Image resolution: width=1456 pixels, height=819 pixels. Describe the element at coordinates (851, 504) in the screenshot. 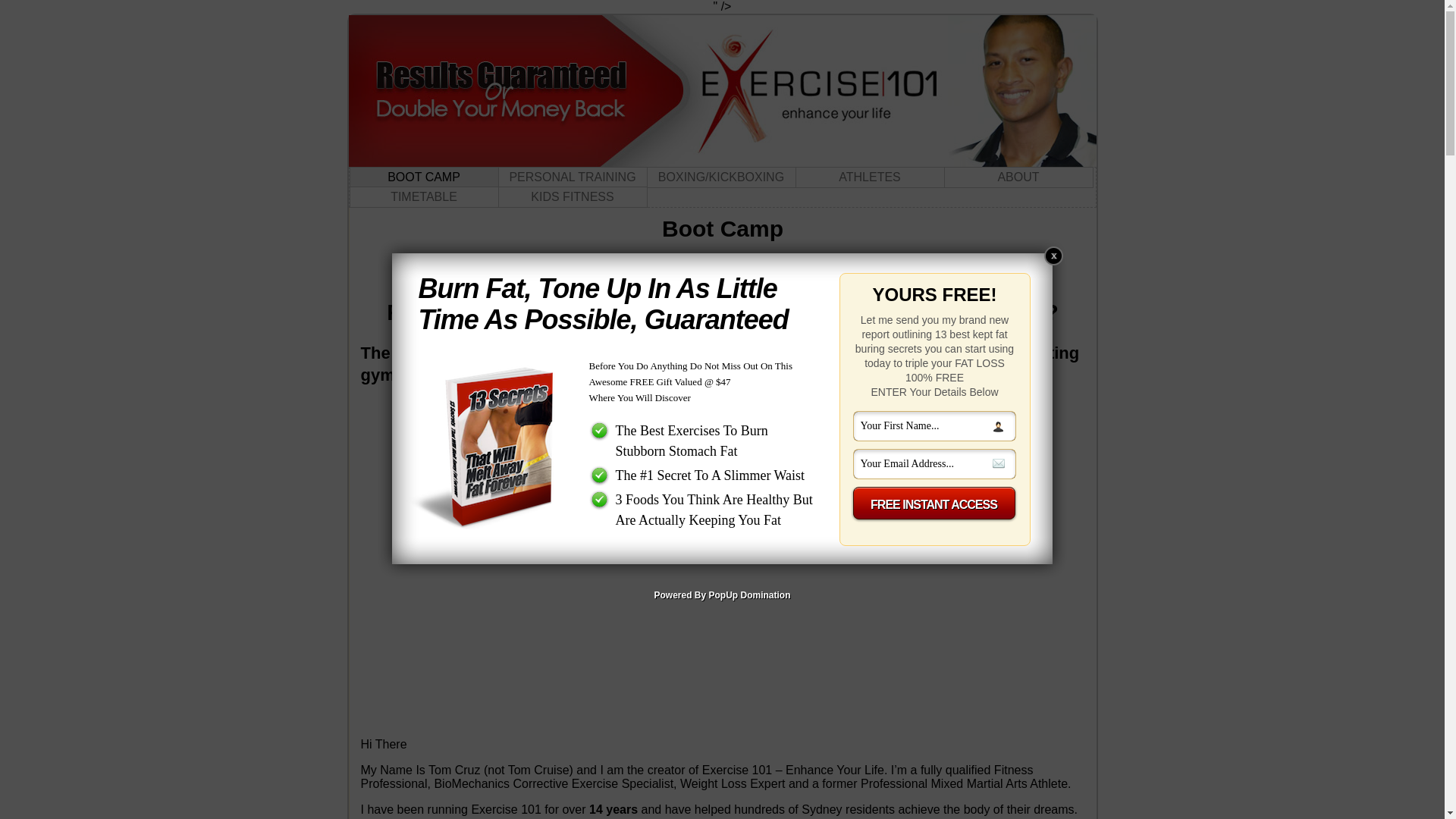

I see `'FREE INSTANT ACCESS'` at that location.